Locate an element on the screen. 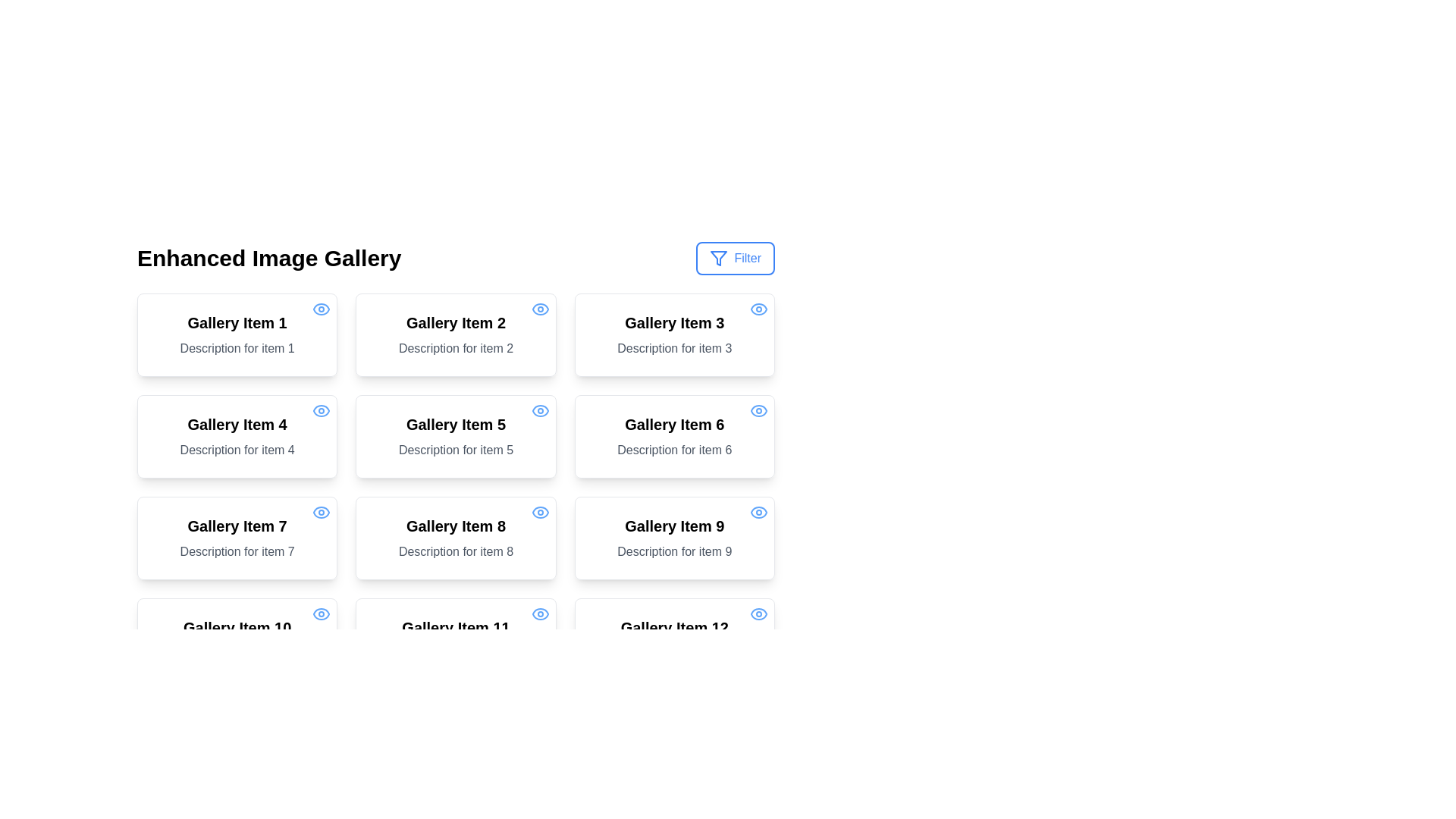  the Card element titled 'Gallery Item 12' which is located in the bottom-right corner of the grid layout is located at coordinates (673, 640).